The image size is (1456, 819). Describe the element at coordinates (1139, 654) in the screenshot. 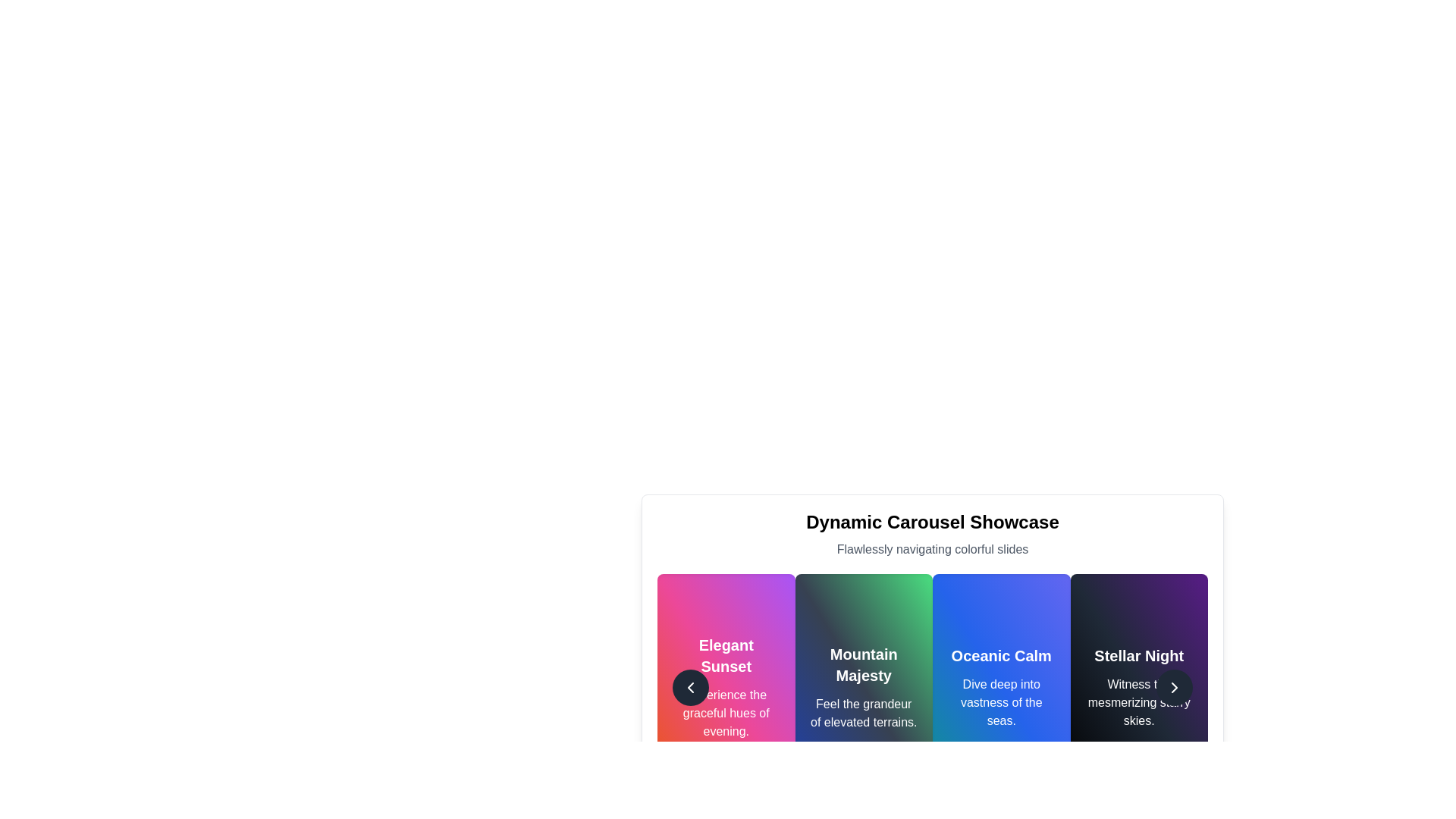

I see `text label 'Stellar Night' located at the top-center of the rightmost card in the 'Dynamic Carousel Showcase' section, which is displayed in bold white font on a gradient background` at that location.